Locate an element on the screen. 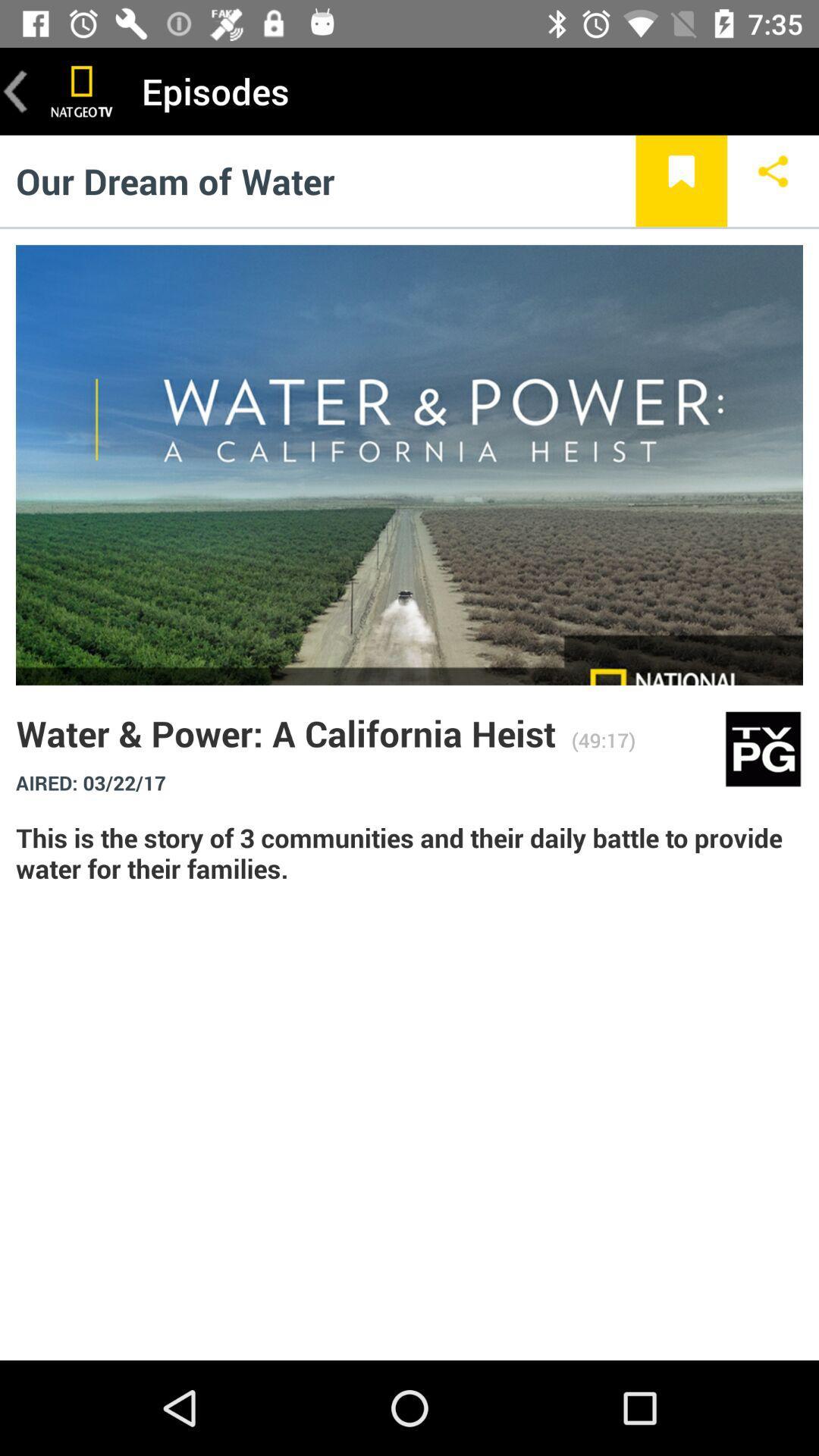 Image resolution: width=819 pixels, height=1456 pixels. the icon next to the episodes icon is located at coordinates (82, 90).